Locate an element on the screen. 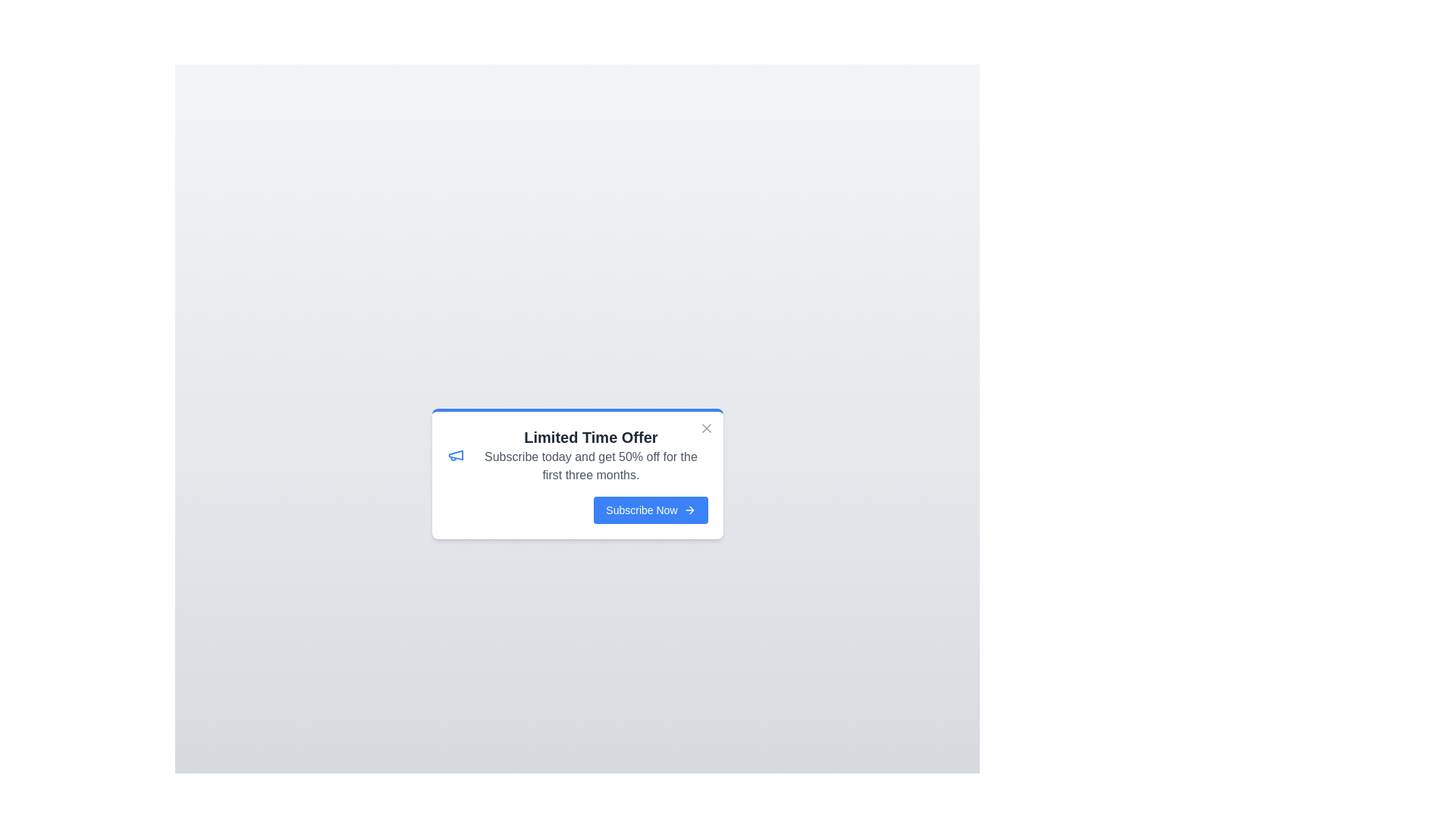 The width and height of the screenshot is (1456, 819). the 'X' button to close the alert is located at coordinates (705, 428).